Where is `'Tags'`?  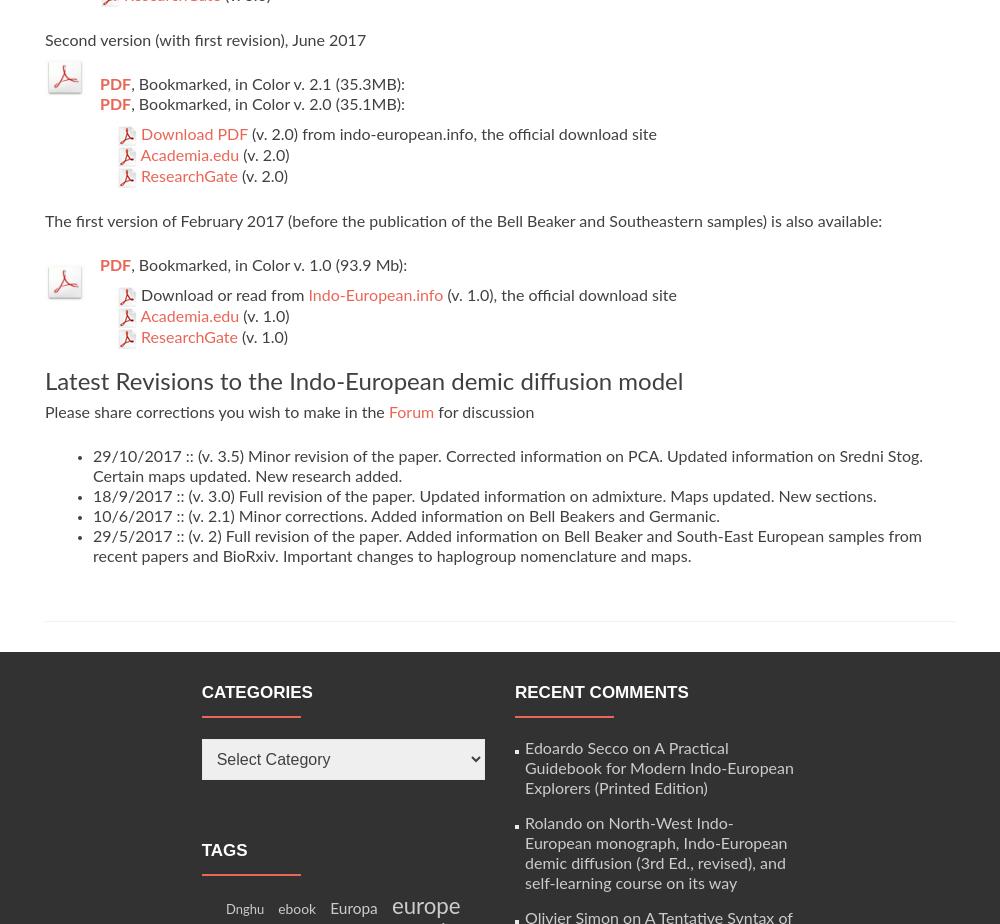 'Tags' is located at coordinates (223, 849).